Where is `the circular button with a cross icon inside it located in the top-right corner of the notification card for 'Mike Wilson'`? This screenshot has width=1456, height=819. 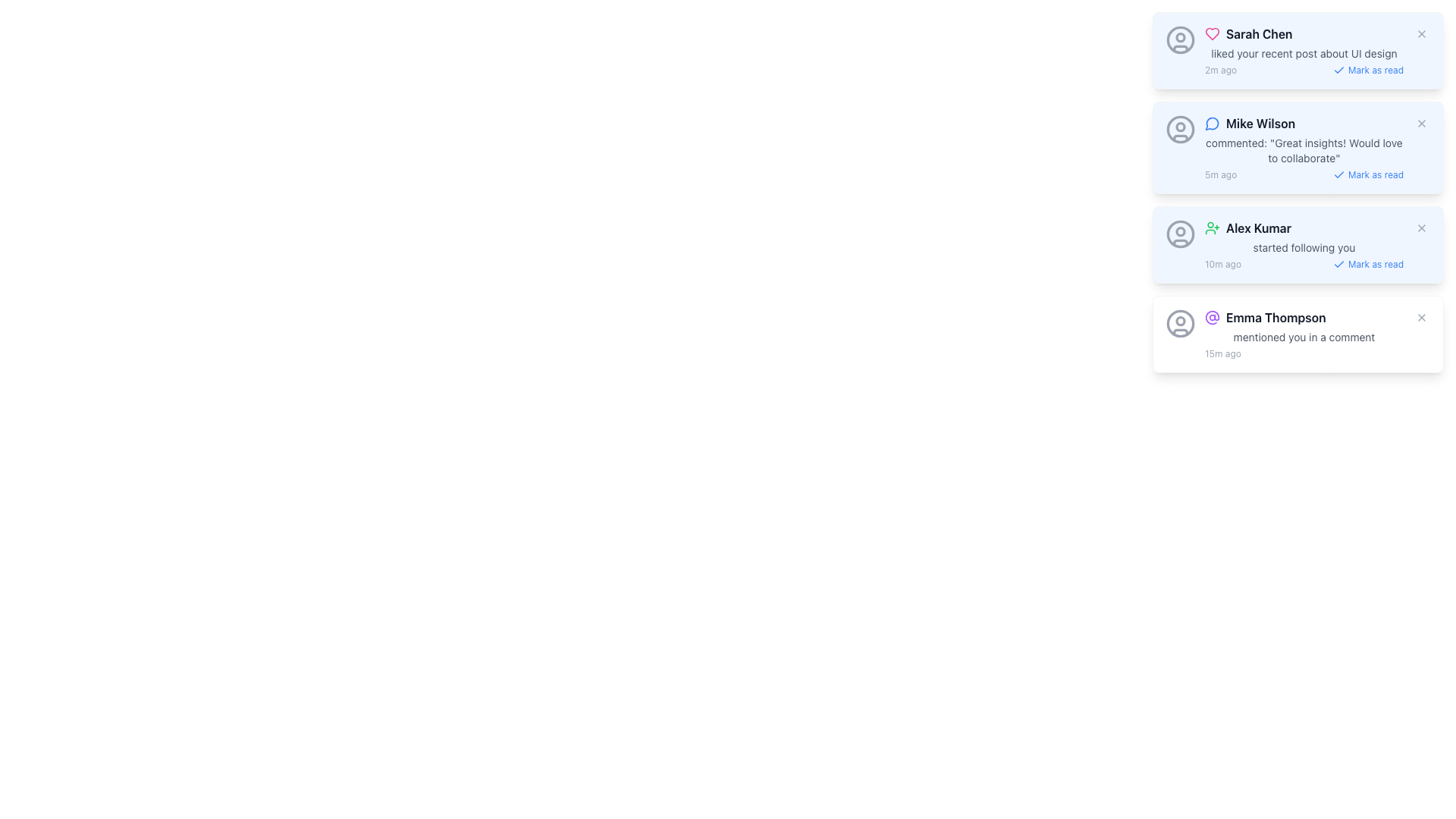
the circular button with a cross icon inside it located in the top-right corner of the notification card for 'Mike Wilson' is located at coordinates (1421, 122).